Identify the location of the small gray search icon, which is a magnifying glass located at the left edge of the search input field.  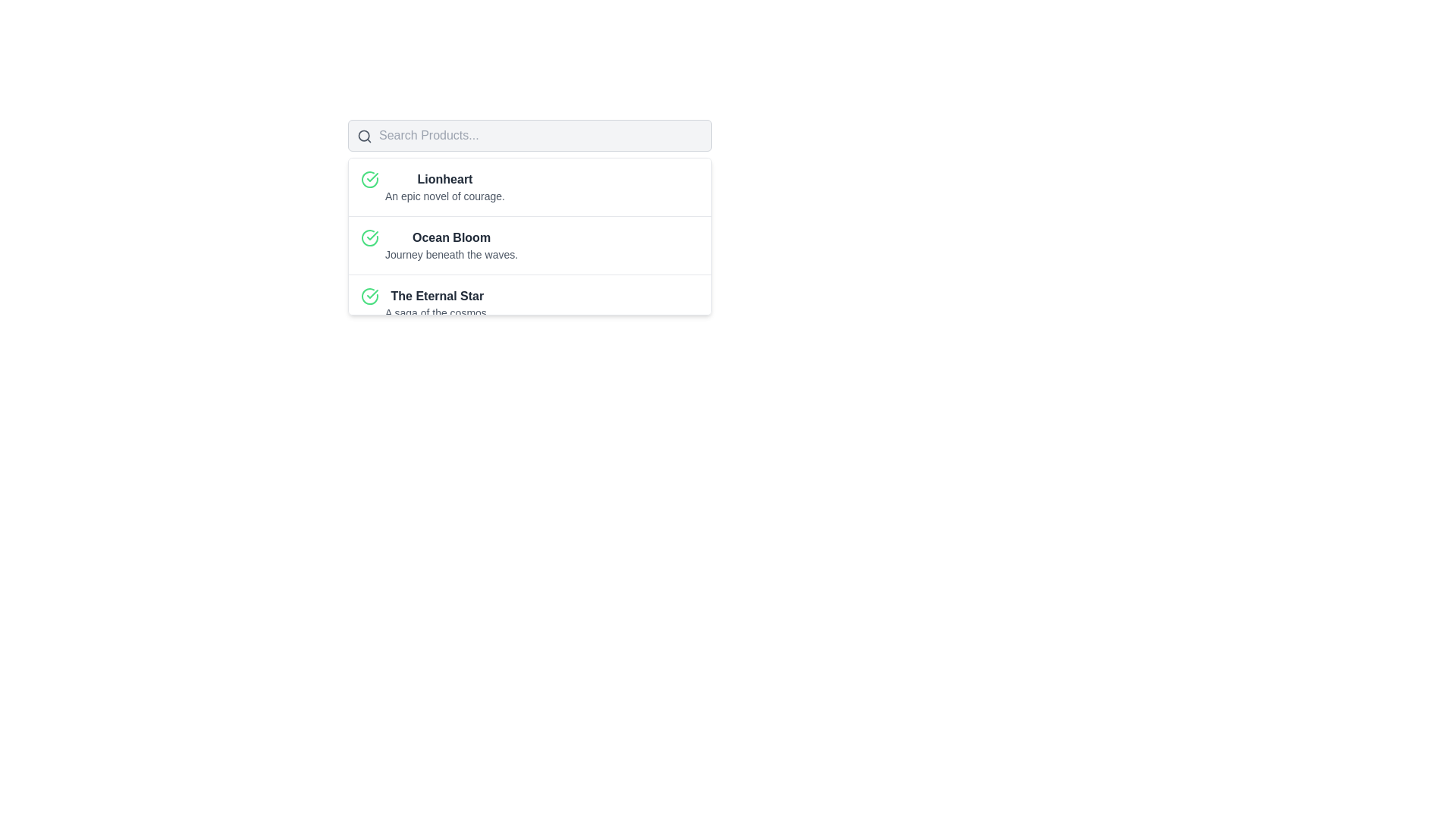
(364, 136).